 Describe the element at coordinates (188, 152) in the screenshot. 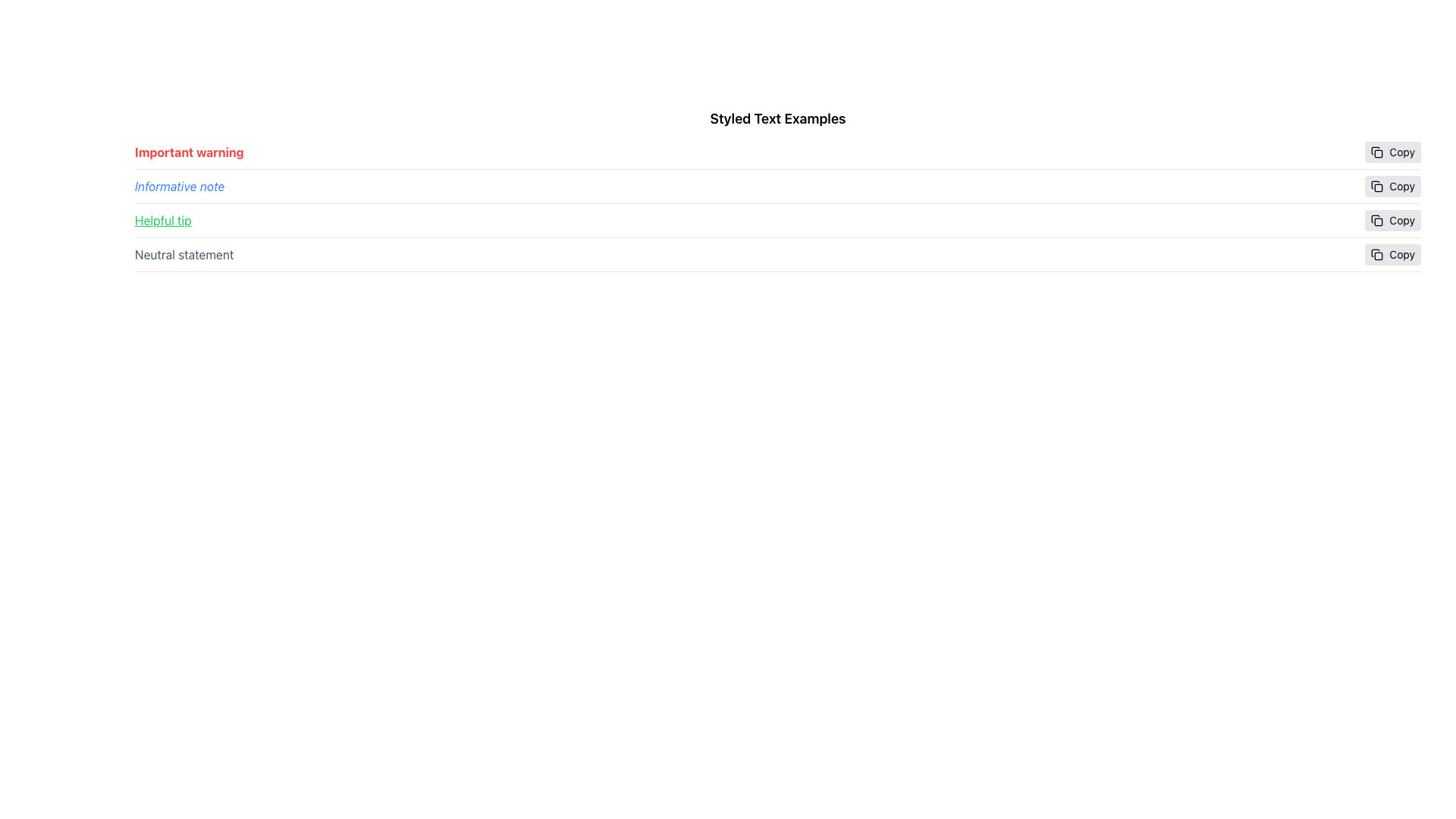

I see `the content of the text label located at the top-left of the list-like section, preceding the 'Copy' button` at that location.